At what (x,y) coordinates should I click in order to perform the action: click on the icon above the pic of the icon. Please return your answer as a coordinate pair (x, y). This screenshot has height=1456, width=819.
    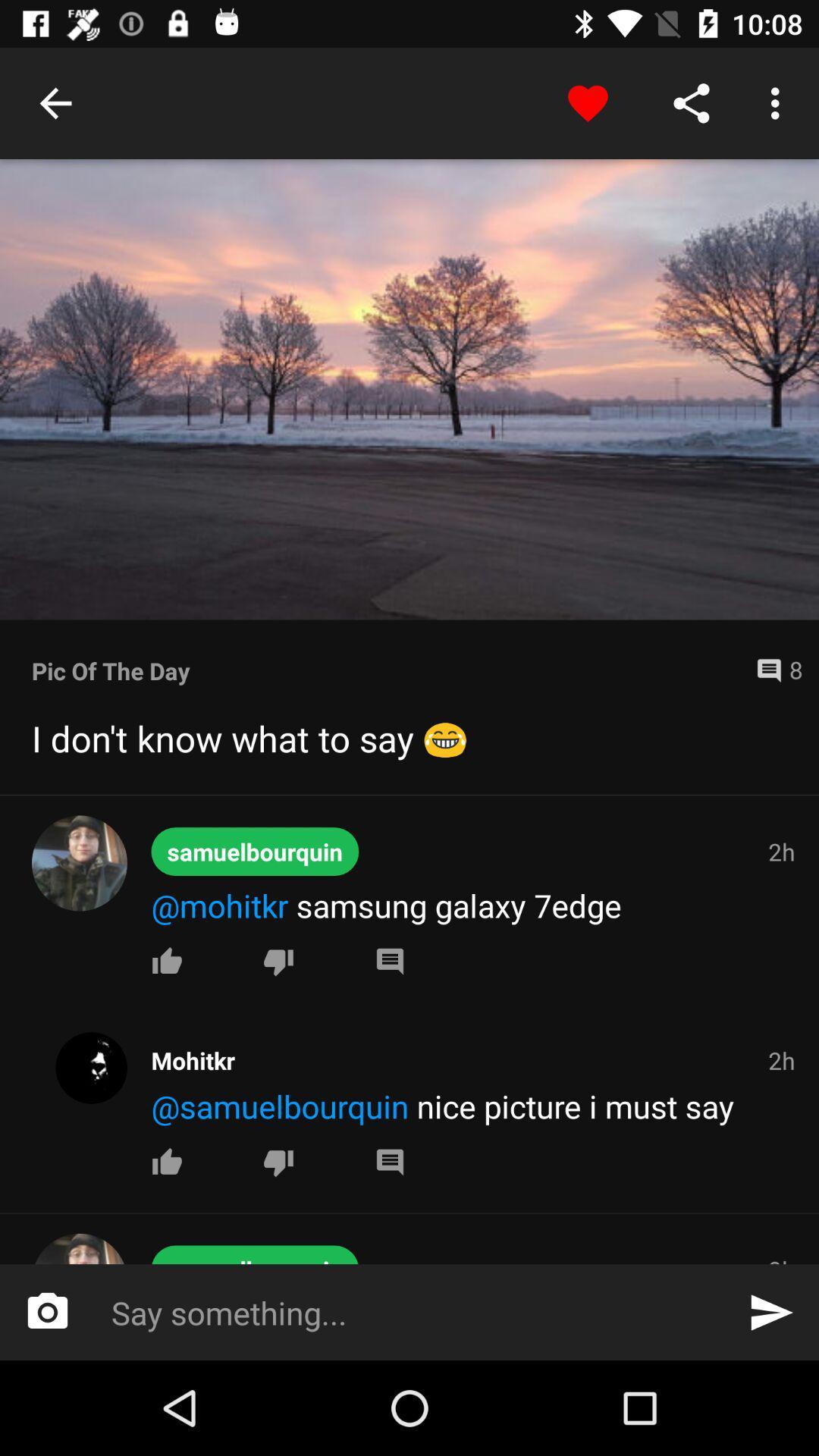
    Looking at the image, I should click on (409, 389).